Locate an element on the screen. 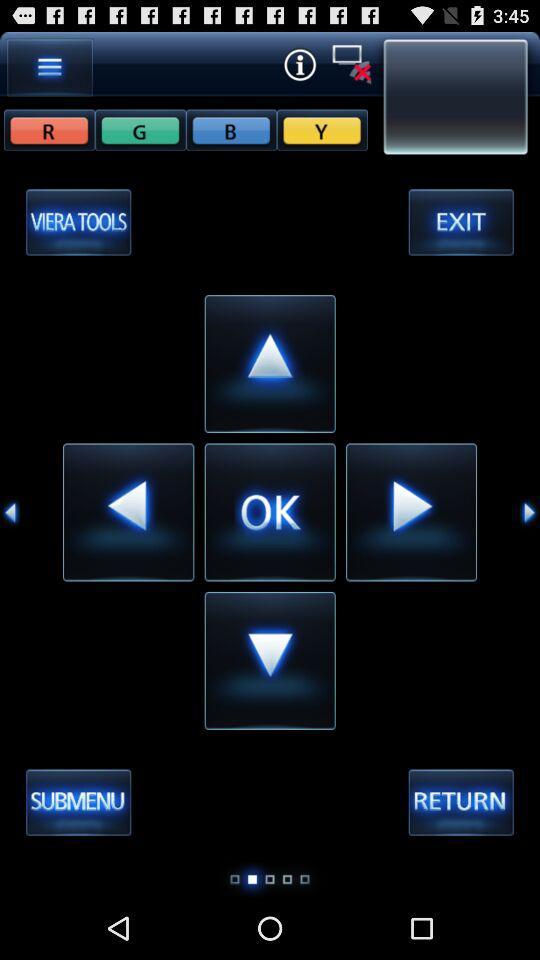  the info icon is located at coordinates (298, 68).